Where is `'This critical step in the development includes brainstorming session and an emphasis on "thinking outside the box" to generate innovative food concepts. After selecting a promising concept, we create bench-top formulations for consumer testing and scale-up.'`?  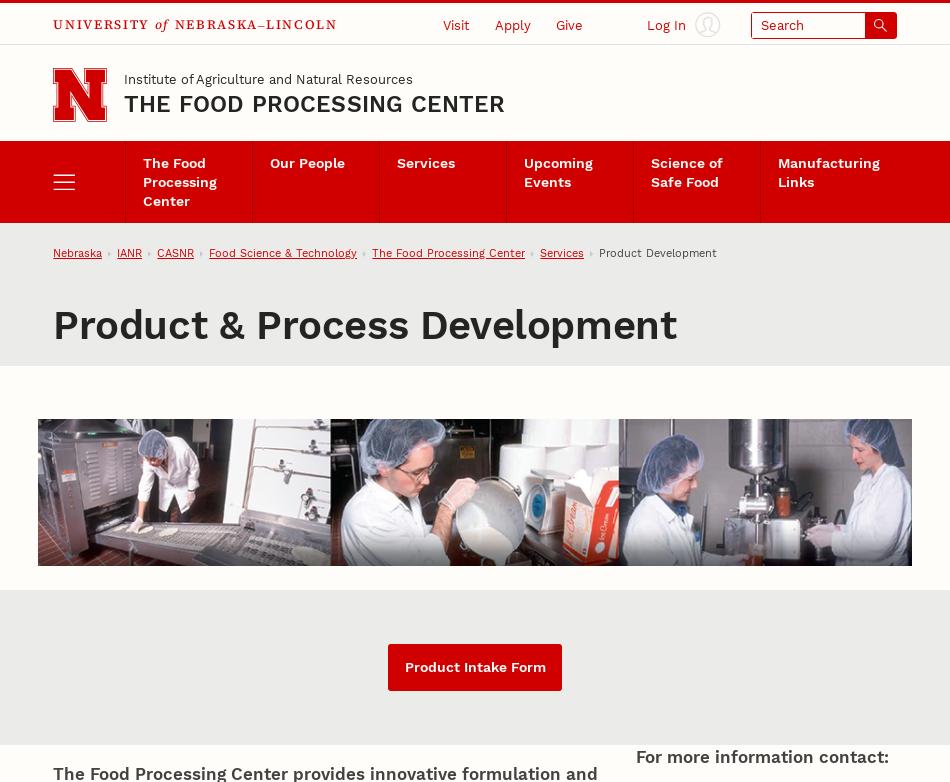 'This critical step in the development includes brainstorming session and an emphasis on "thinking outside the box" to generate innovative food concepts. After selecting a promising concept, we create bench-top formulations for consumer testing and scale-up.' is located at coordinates (318, 684).